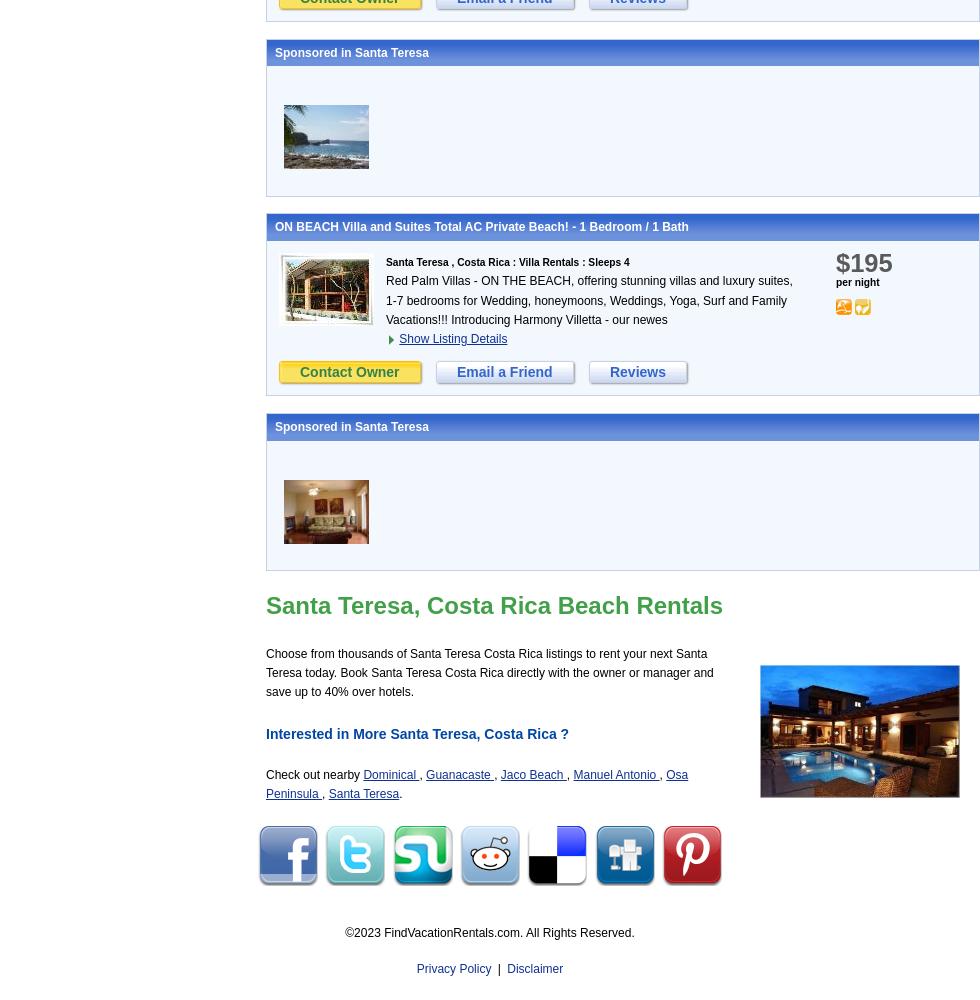  Describe the element at coordinates (603, 262) in the screenshot. I see `': Sleeps 4'` at that location.